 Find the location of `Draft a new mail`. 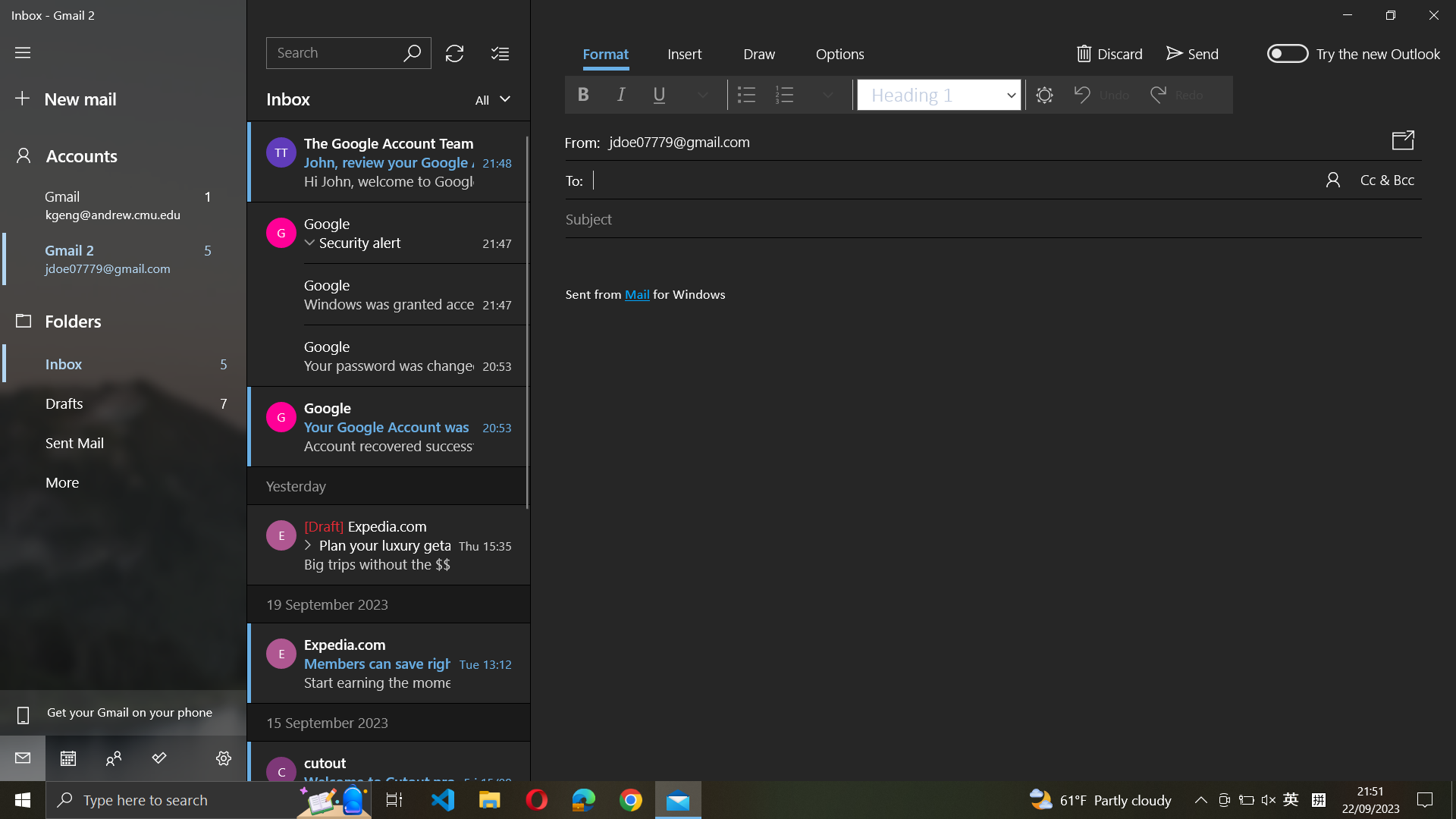

Draft a new mail is located at coordinates (125, 99).